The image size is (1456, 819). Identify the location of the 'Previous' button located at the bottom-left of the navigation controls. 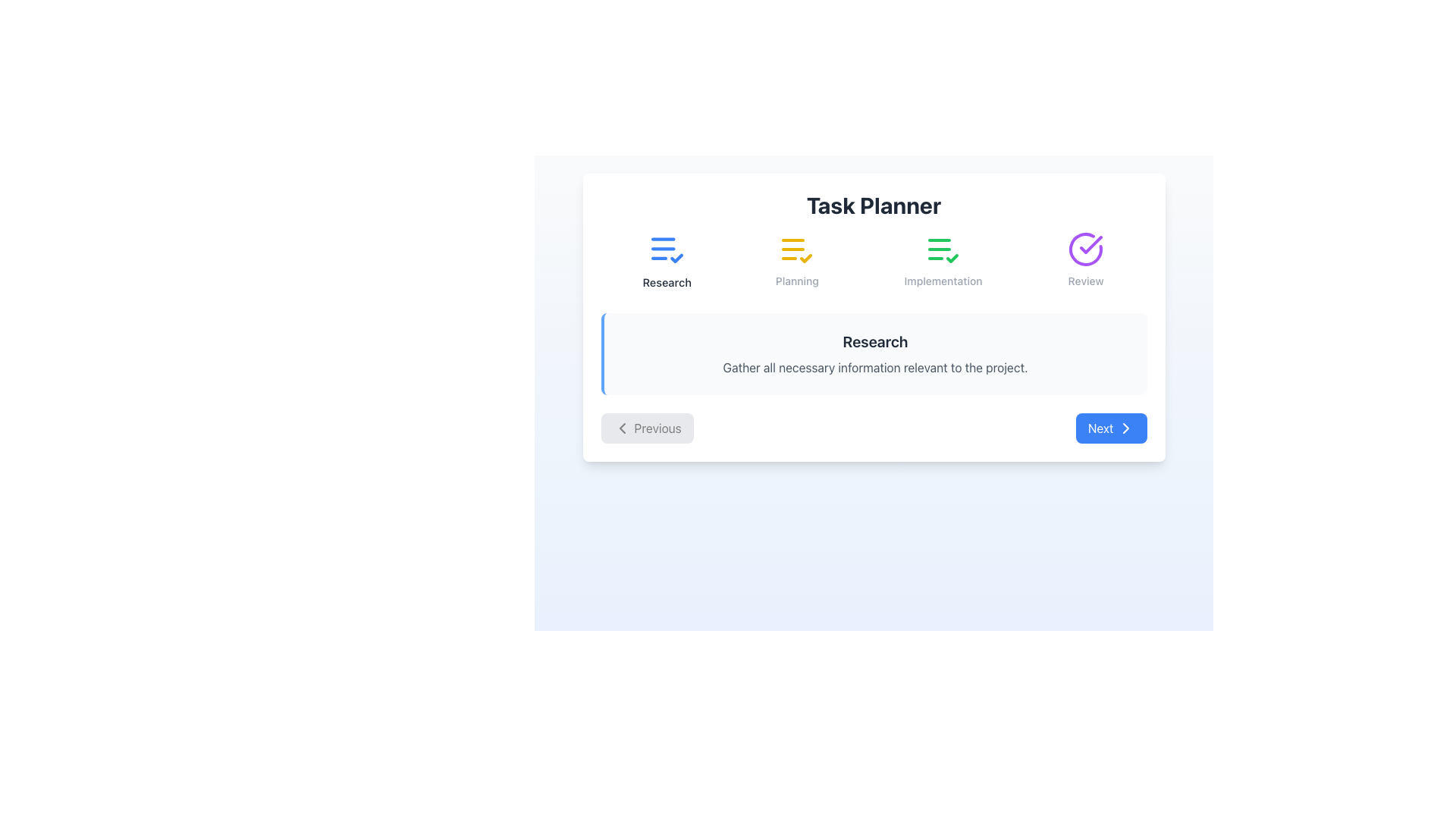
(647, 428).